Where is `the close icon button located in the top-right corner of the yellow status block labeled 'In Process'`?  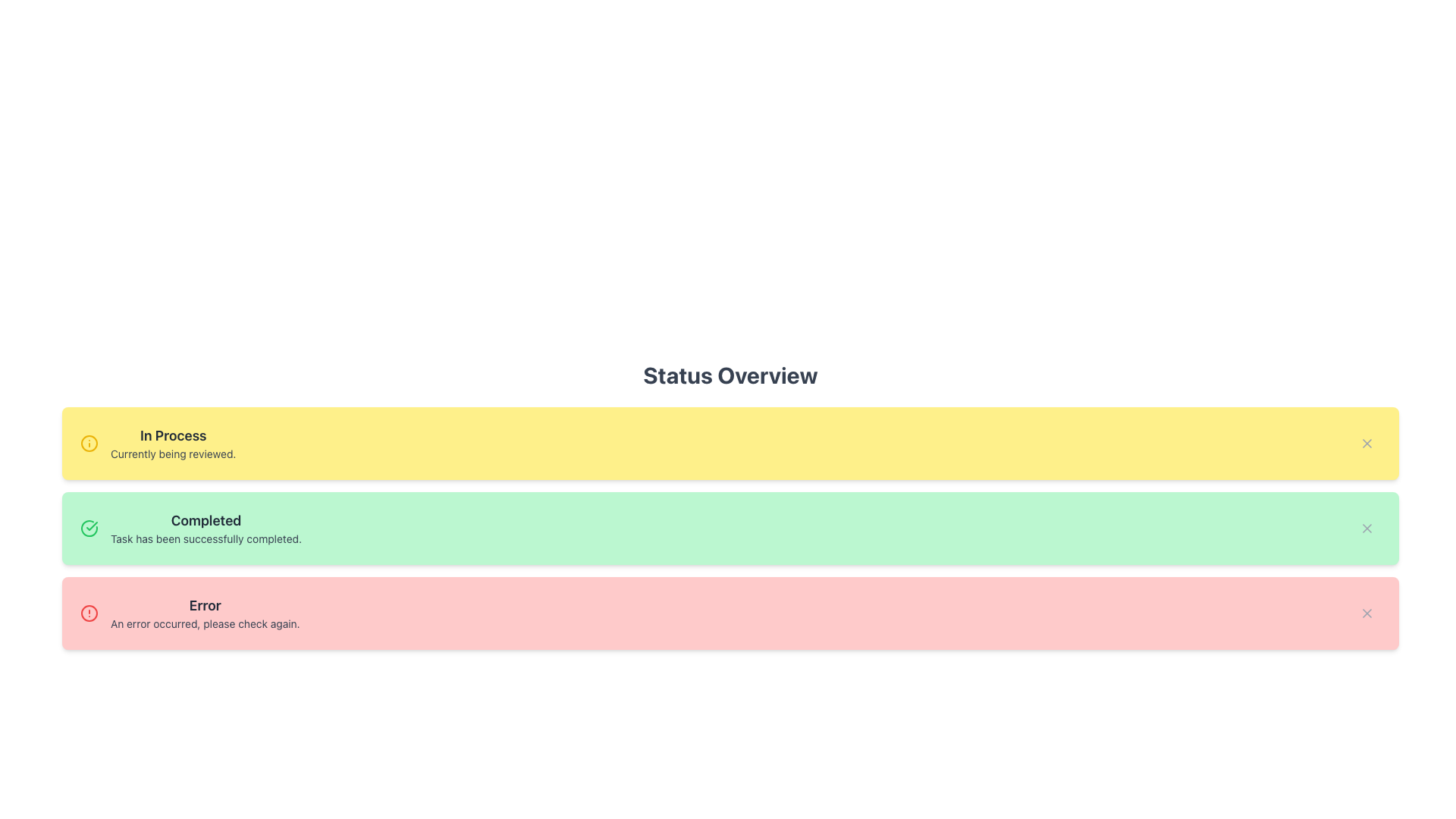
the close icon button located in the top-right corner of the yellow status block labeled 'In Process' is located at coordinates (1367, 444).